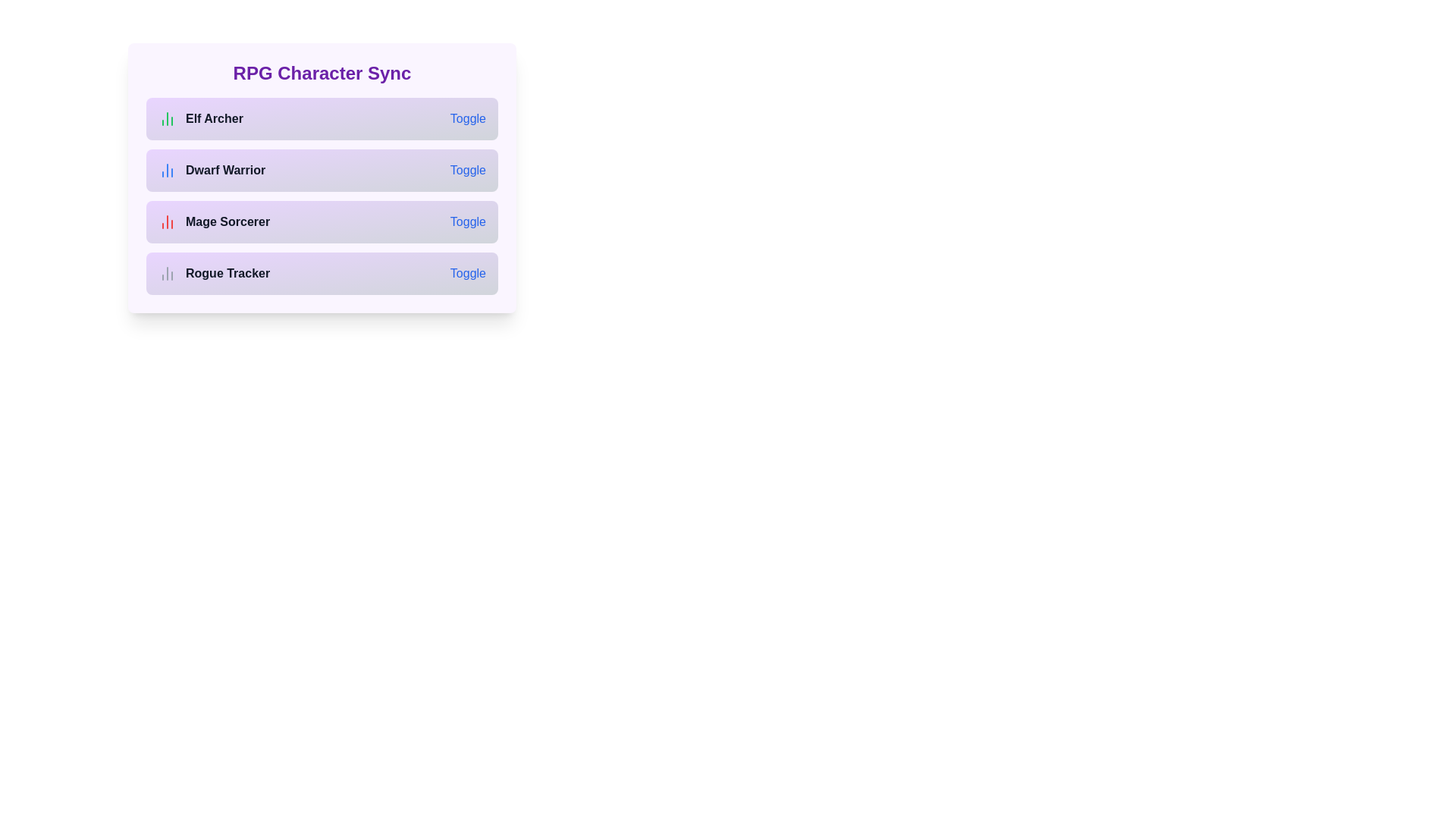 The height and width of the screenshot is (819, 1456). I want to click on text from the 'Rogue Tracker' text label, which is styled in bold and placed on a light purple background in the fourth row of a vertical list, so click(227, 274).